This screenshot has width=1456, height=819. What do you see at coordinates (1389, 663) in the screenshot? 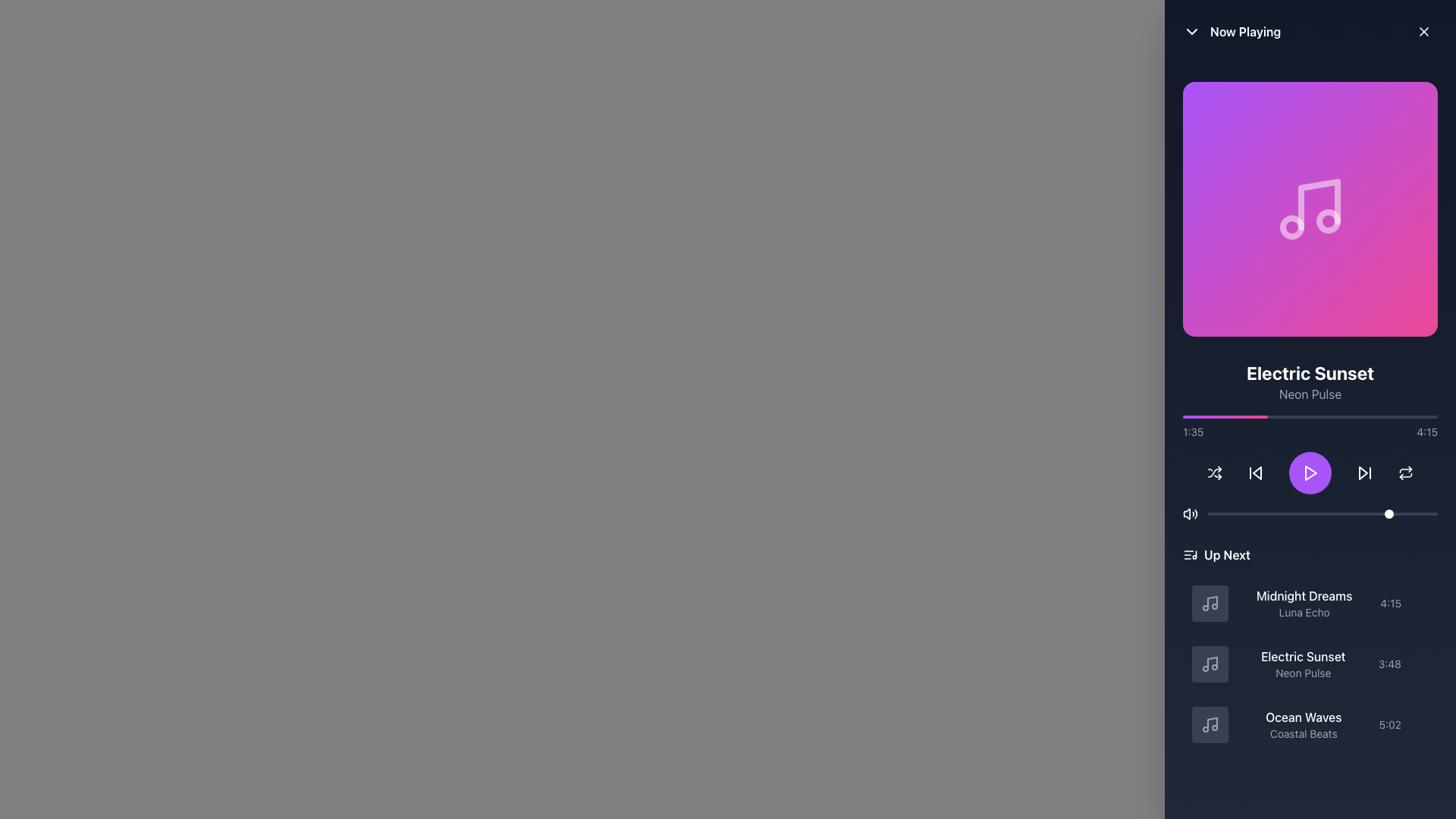
I see `the time indicator text label for the track 'Electric Sunset' located in the 'Up Next' section, positioned to the far right of the entry` at bounding box center [1389, 663].